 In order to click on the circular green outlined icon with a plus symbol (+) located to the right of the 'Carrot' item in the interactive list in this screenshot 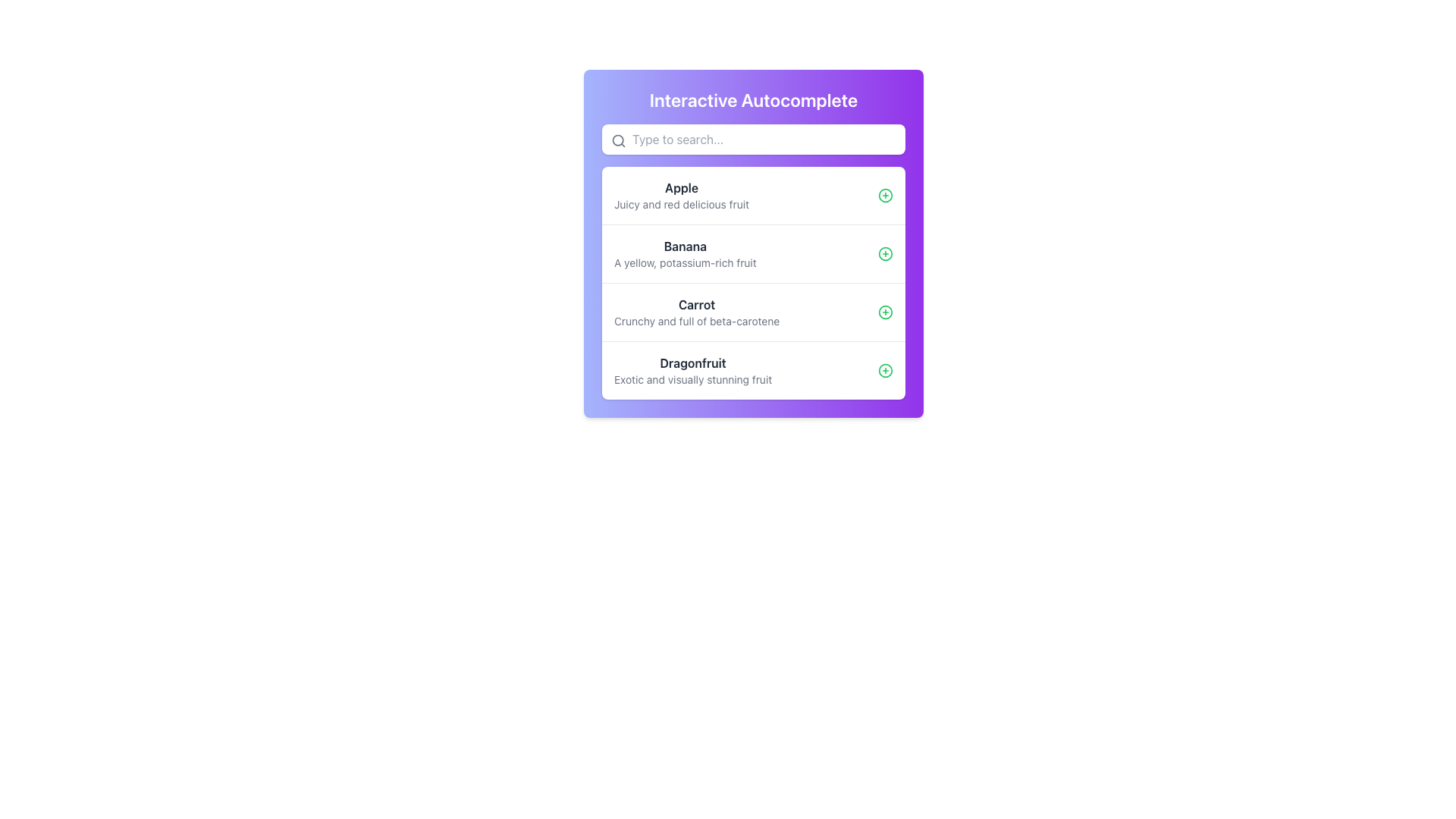, I will do `click(885, 312)`.